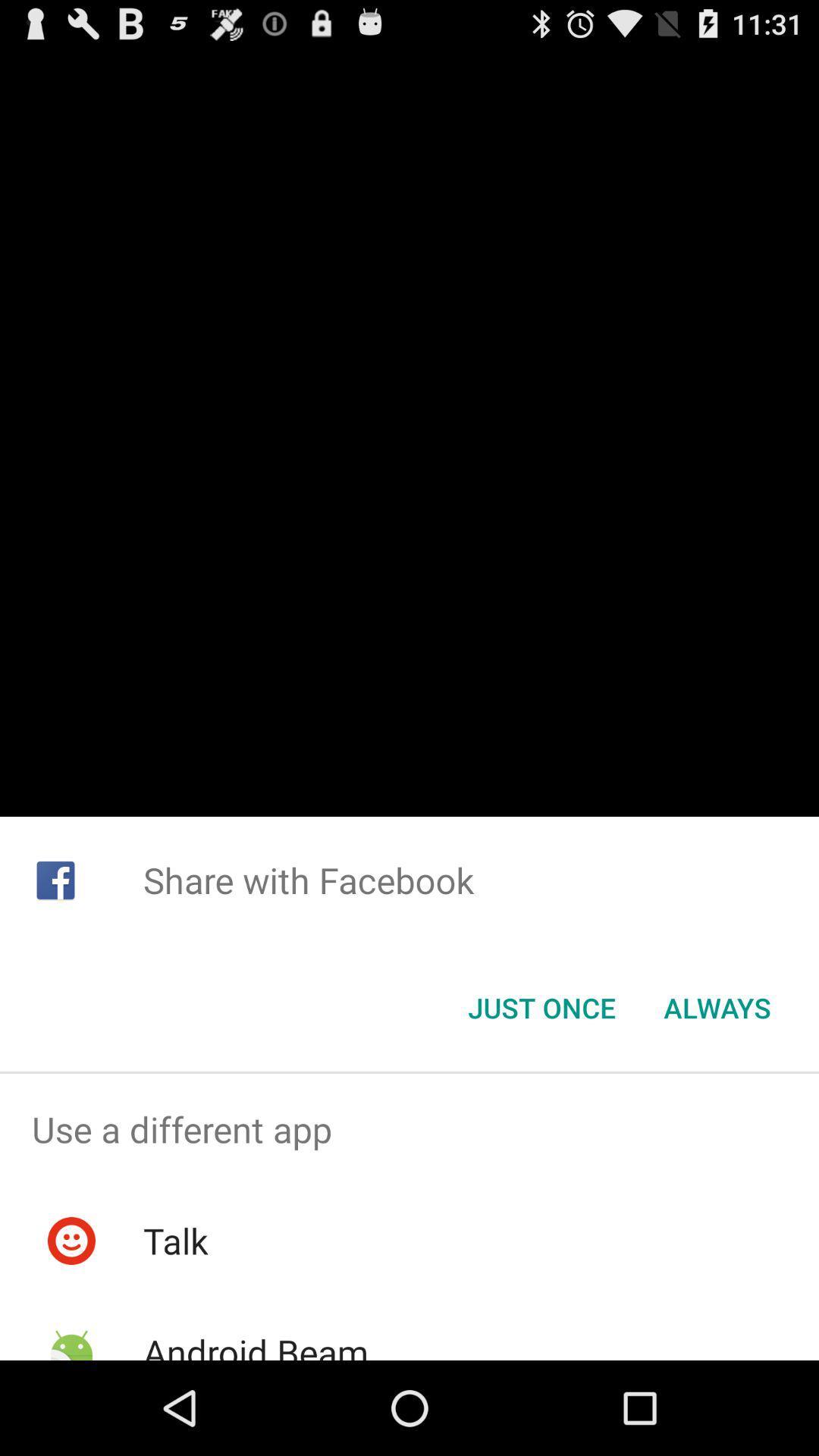 The image size is (819, 1456). What do you see at coordinates (541, 1008) in the screenshot?
I see `icon below the share with facebook item` at bounding box center [541, 1008].